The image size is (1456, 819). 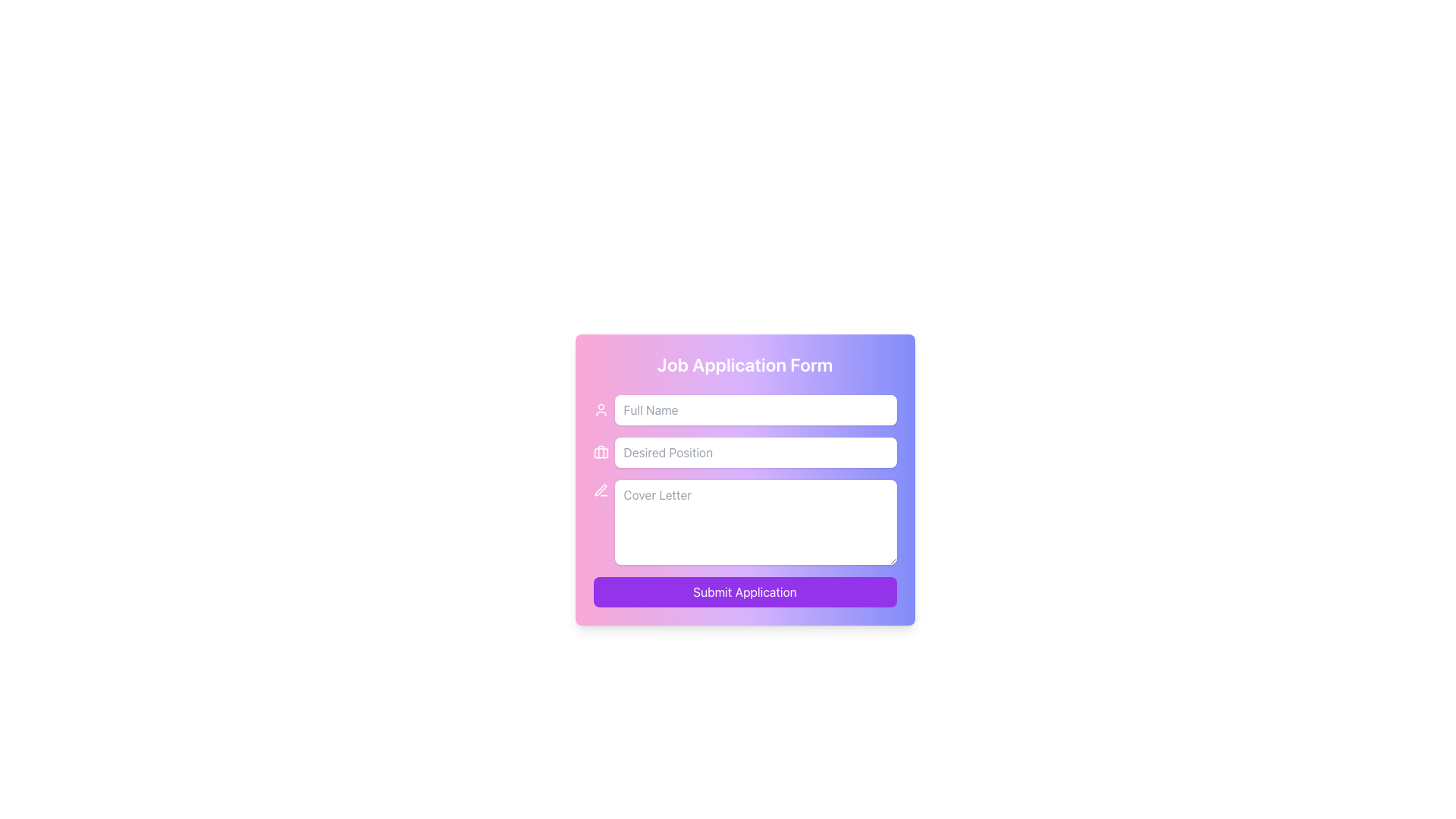 I want to click on the decorative component of the SVG icon located within the briefcase icon, which symbolizes a professional context for the 'Desired Position' field, so click(x=600, y=452).